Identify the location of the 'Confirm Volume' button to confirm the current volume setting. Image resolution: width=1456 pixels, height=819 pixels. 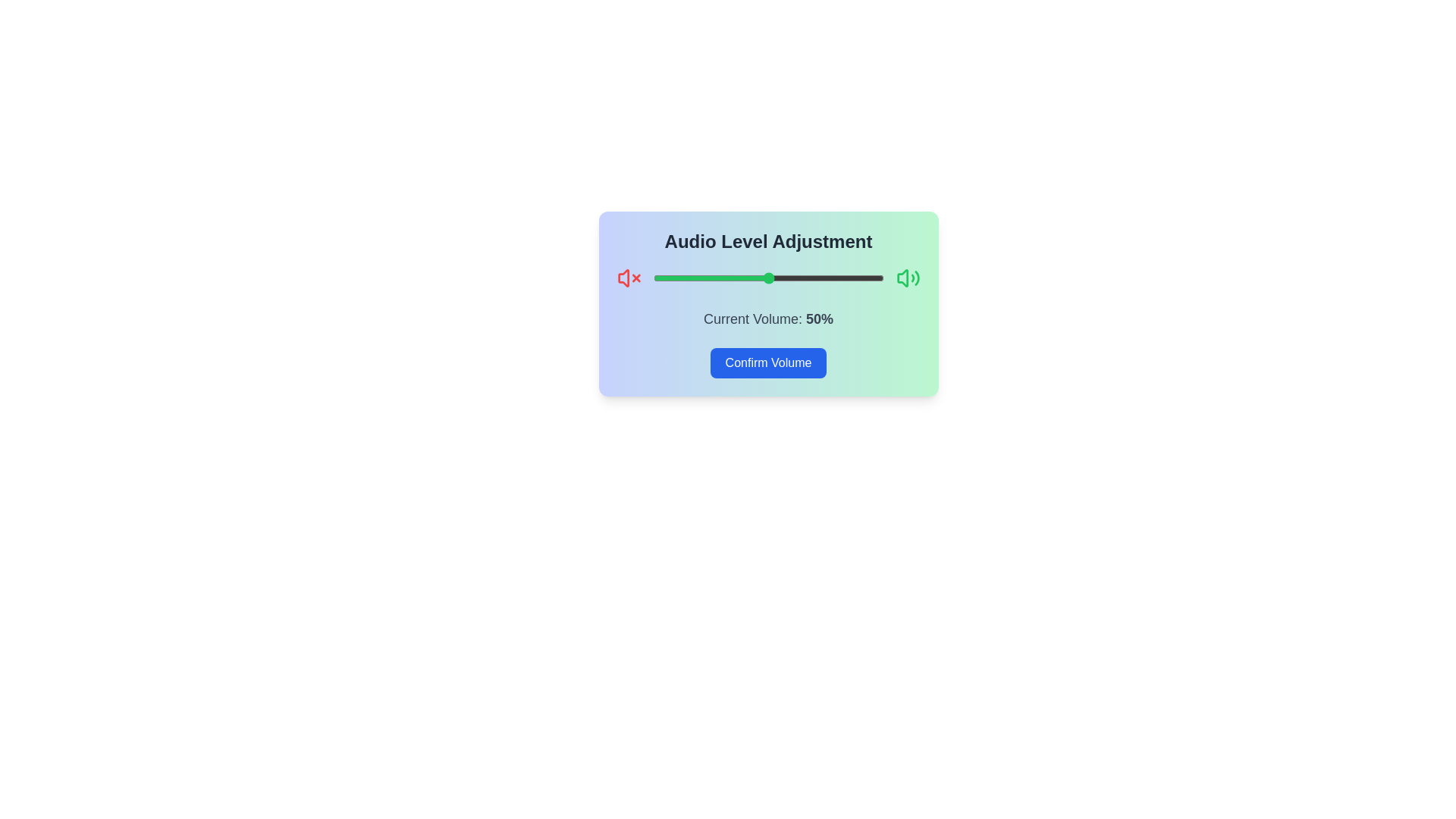
(767, 362).